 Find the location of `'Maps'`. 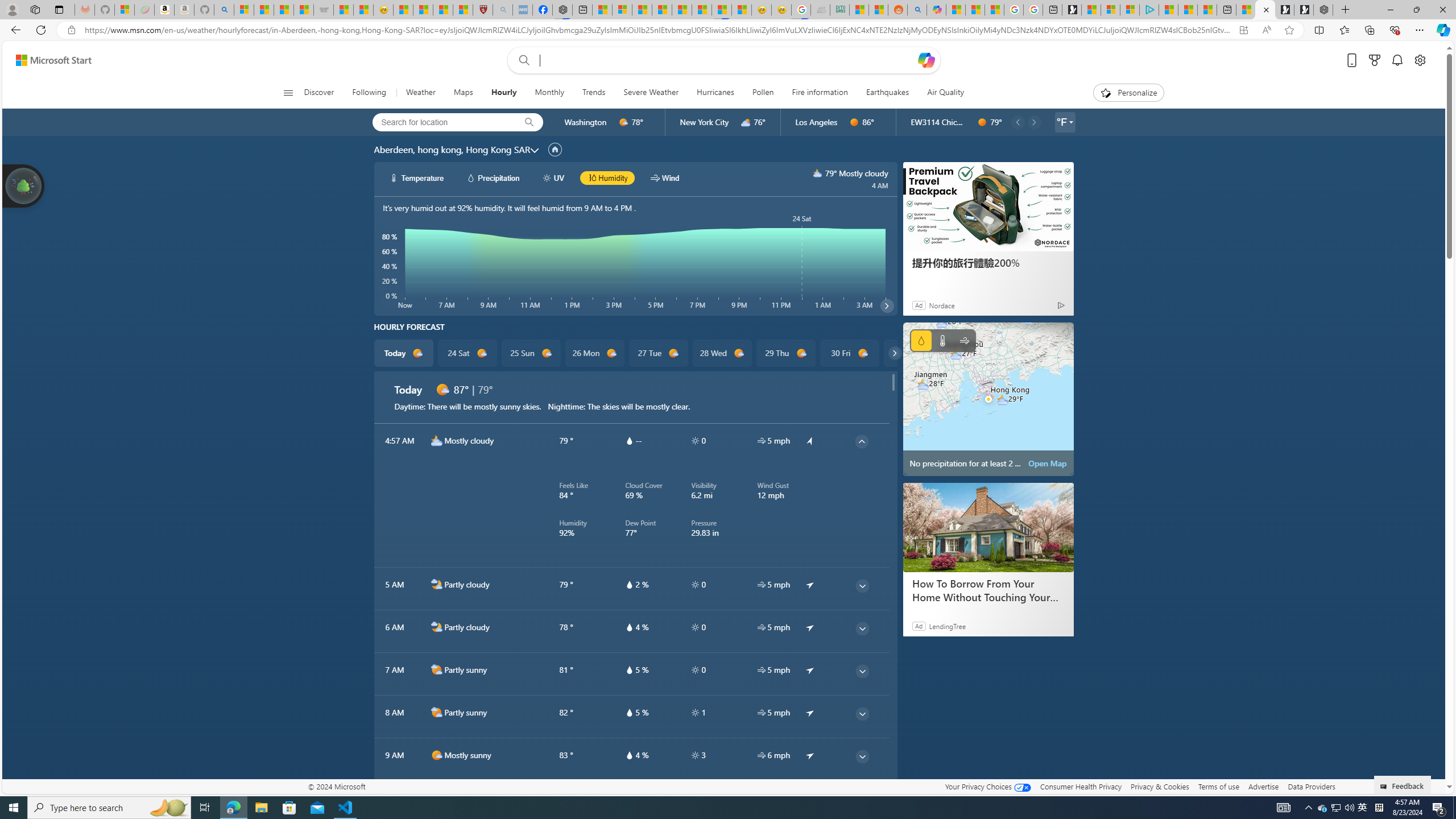

'Maps' is located at coordinates (463, 92).